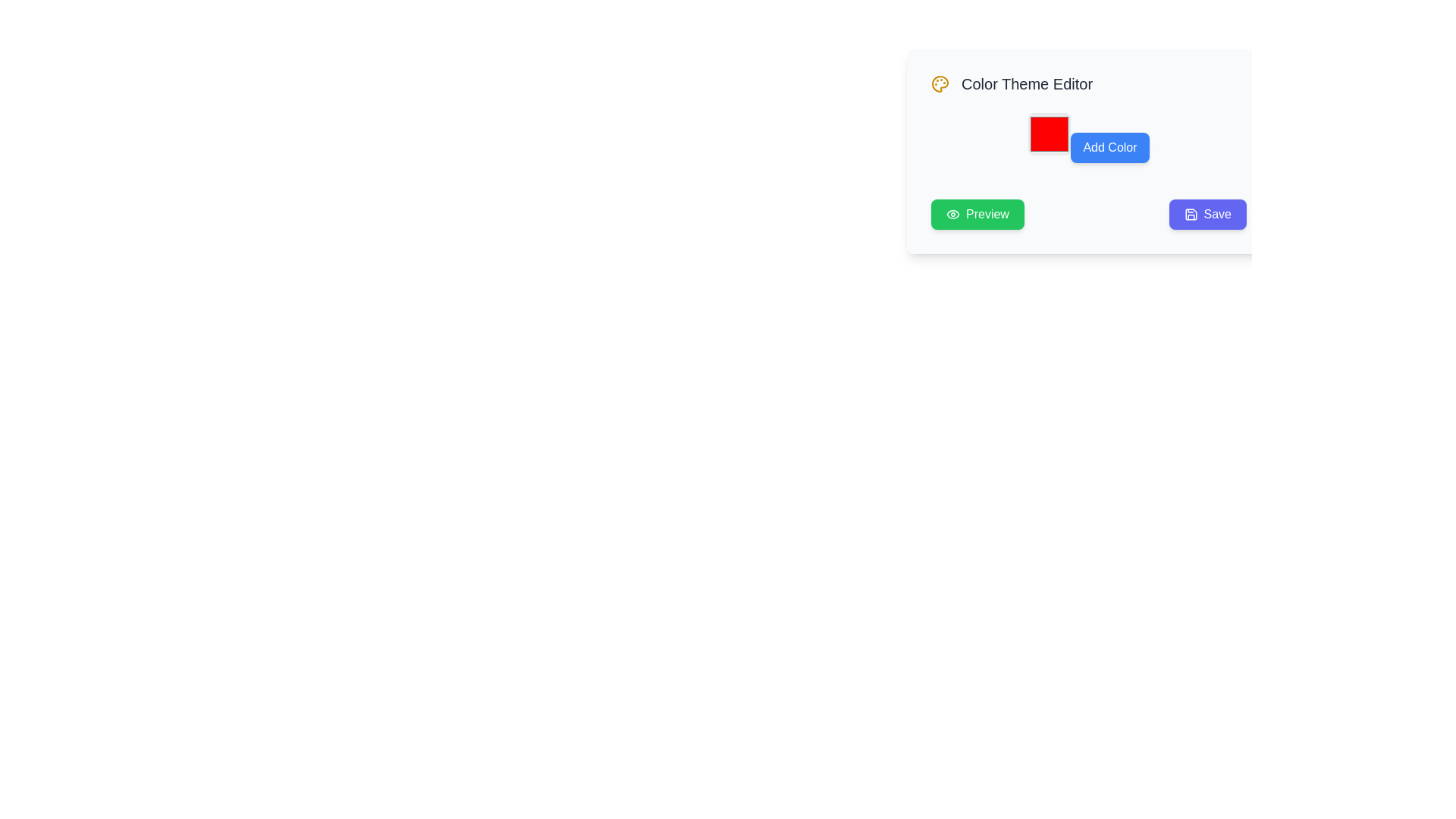  What do you see at coordinates (952, 214) in the screenshot?
I see `on the 'Preview' button icon located centrally within the card titled 'Color Theme Editor' for specific interactions` at bounding box center [952, 214].